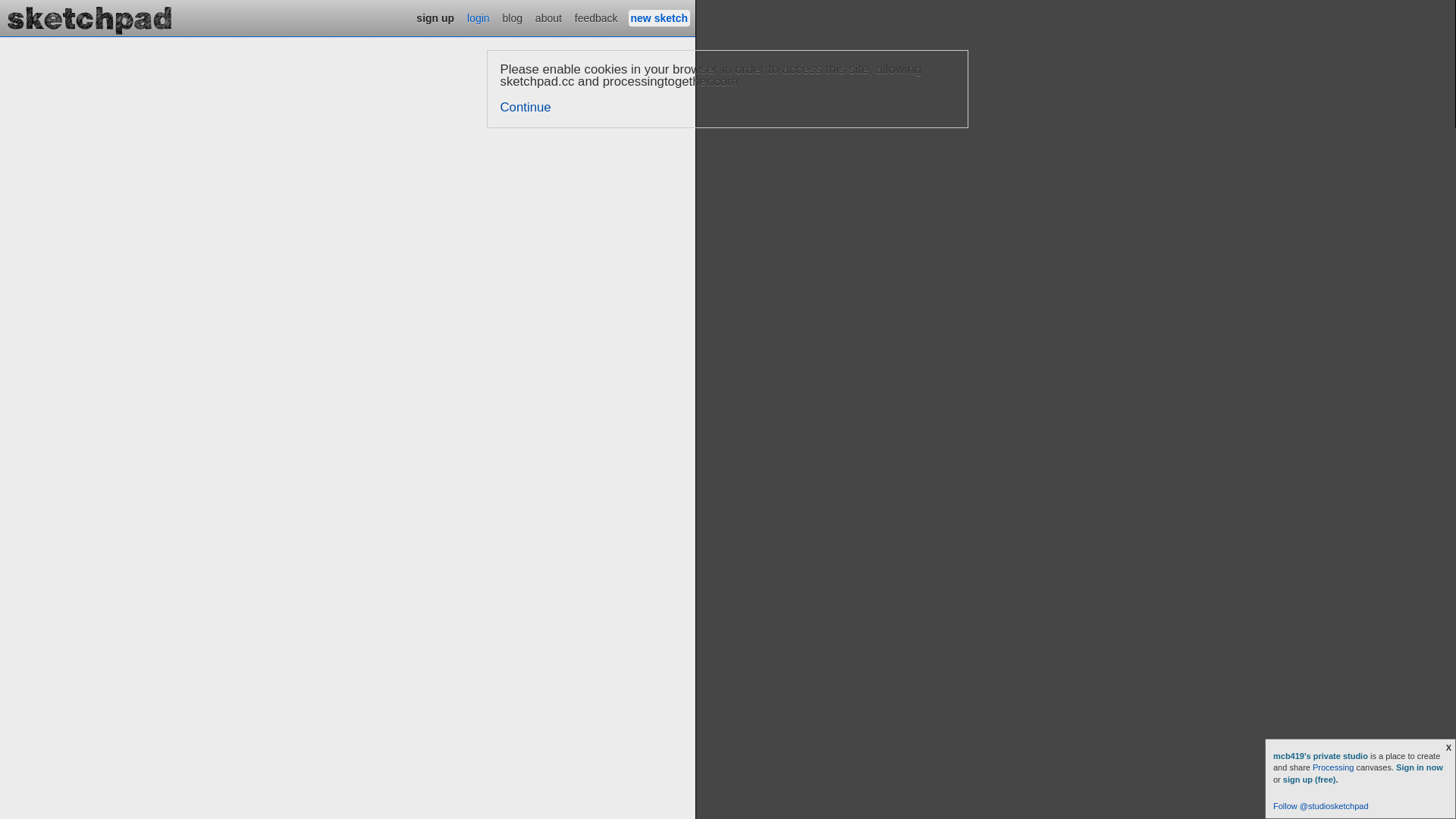 The height and width of the screenshot is (819, 1456). What do you see at coordinates (548, 17) in the screenshot?
I see `'about'` at bounding box center [548, 17].